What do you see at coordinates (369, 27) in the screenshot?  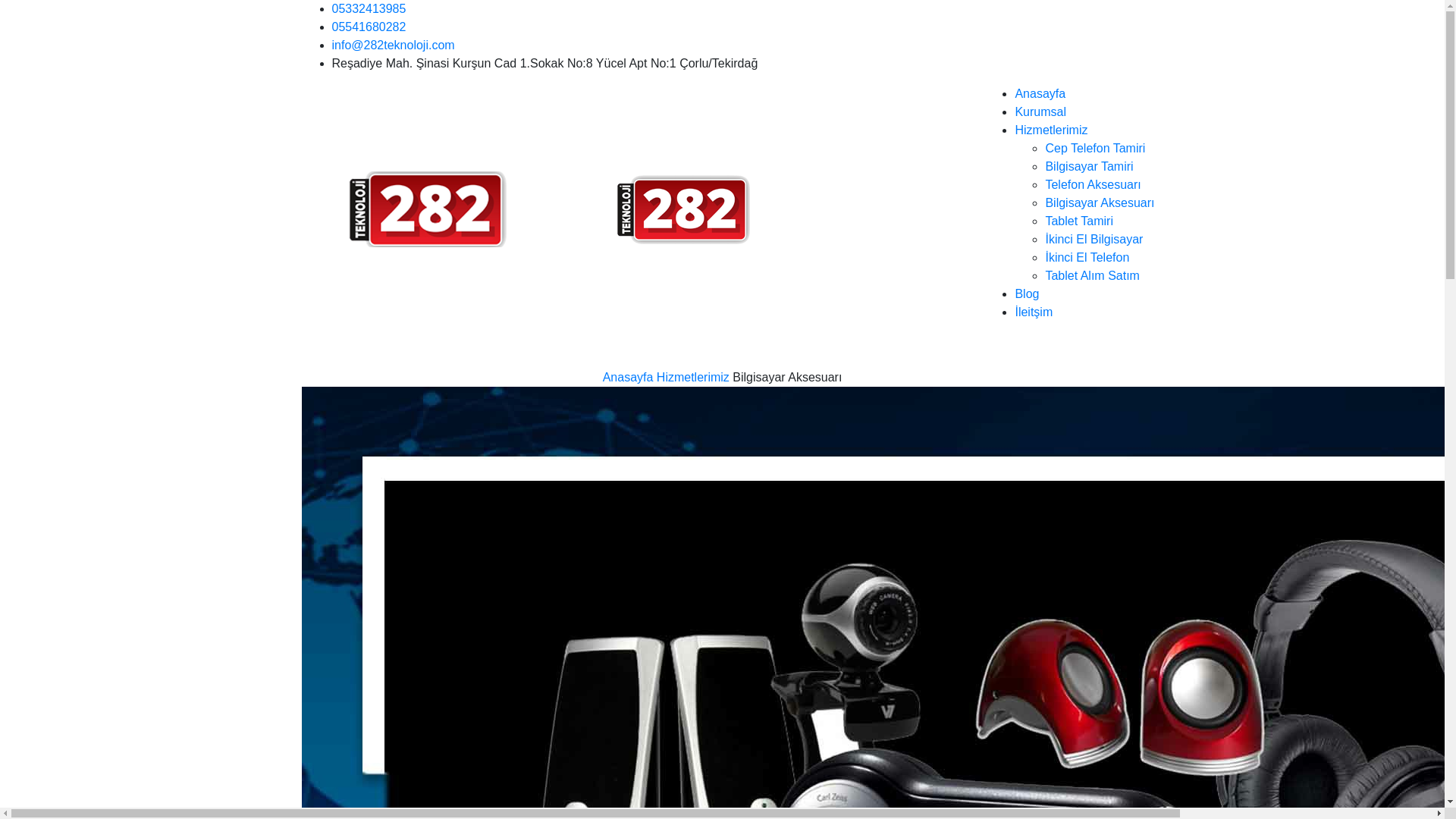 I see `'05541680282'` at bounding box center [369, 27].